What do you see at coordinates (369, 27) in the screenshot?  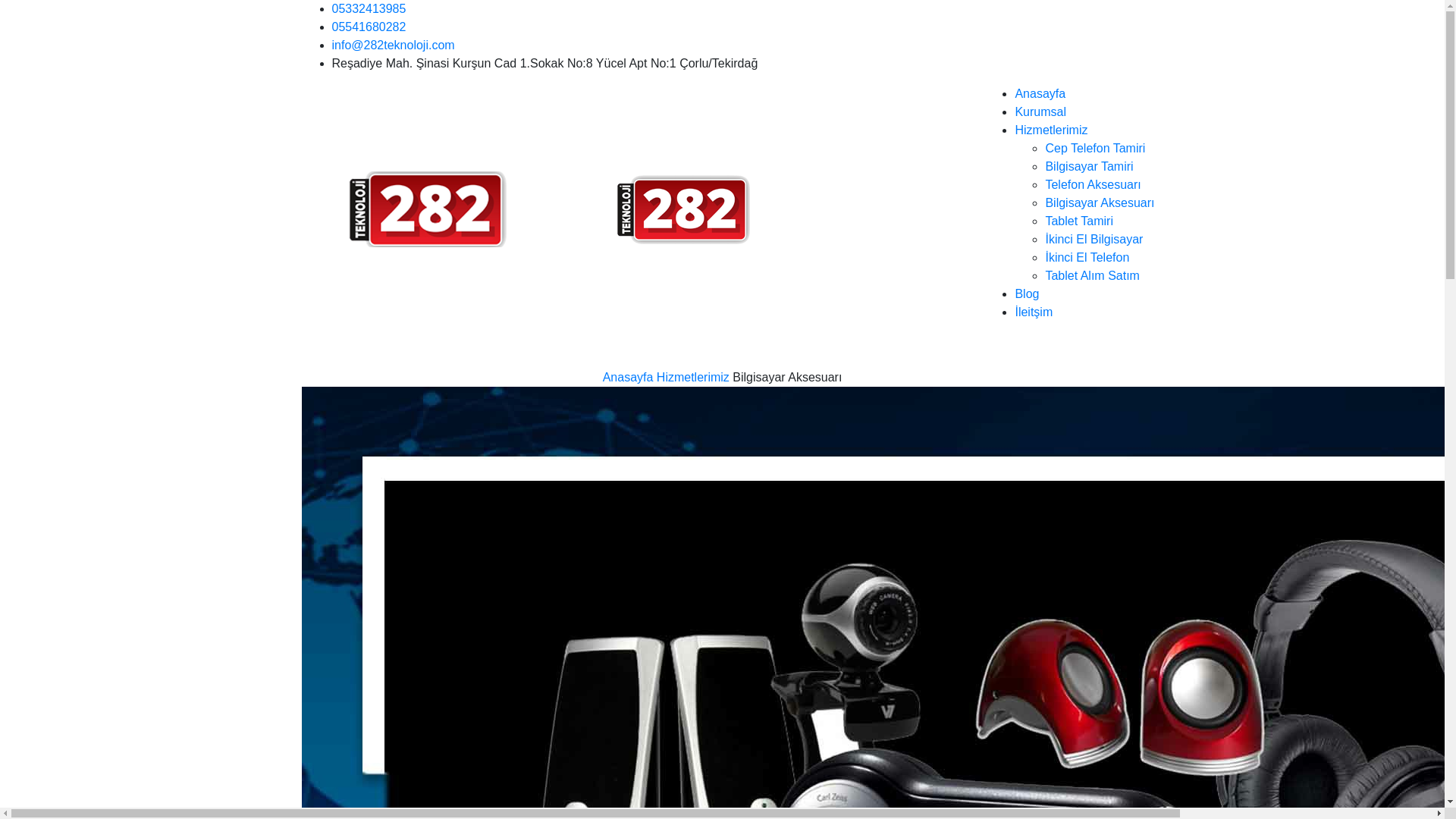 I see `'05541680282'` at bounding box center [369, 27].